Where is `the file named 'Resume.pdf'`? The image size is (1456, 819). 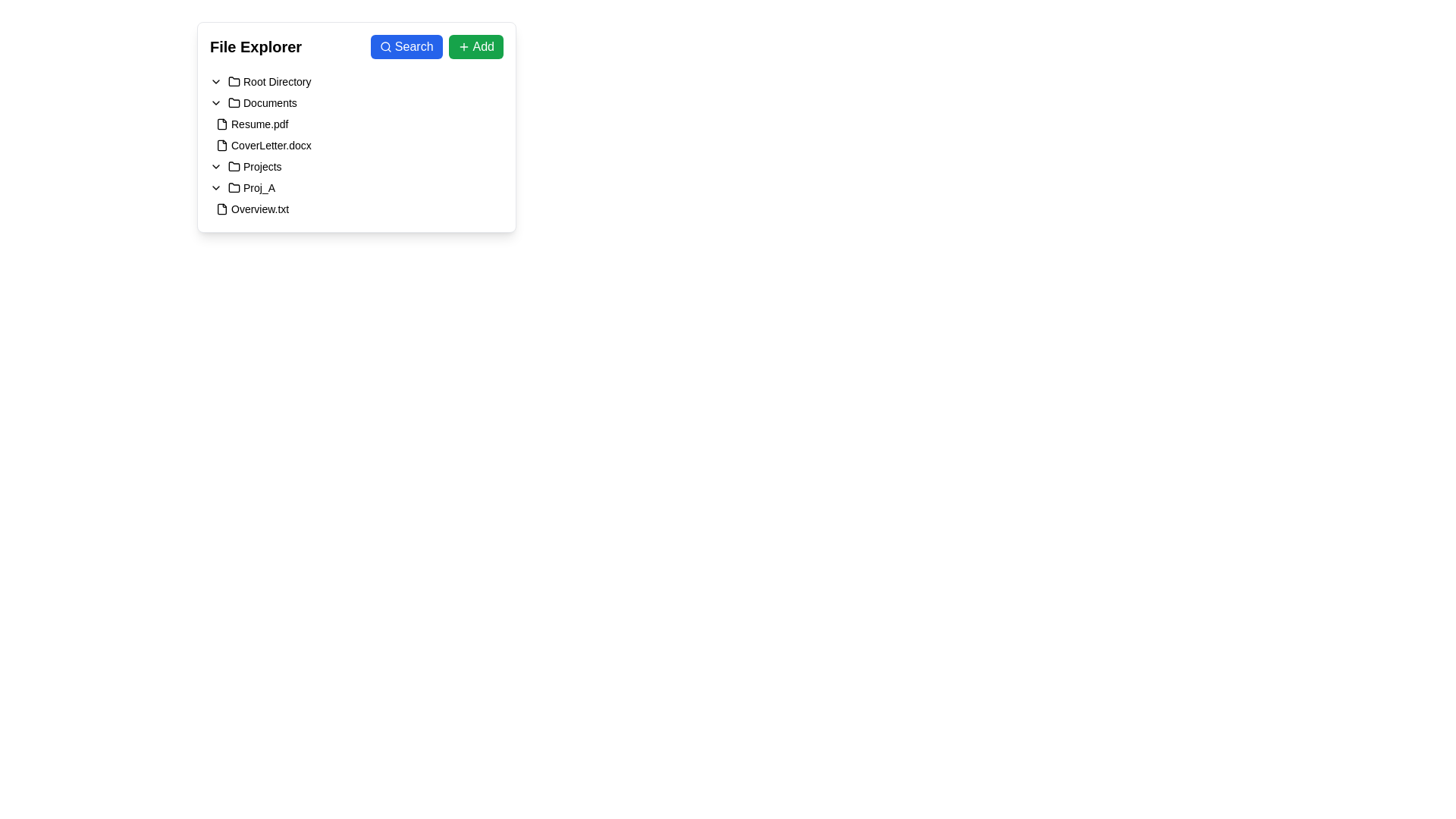 the file named 'Resume.pdf' is located at coordinates (252, 124).